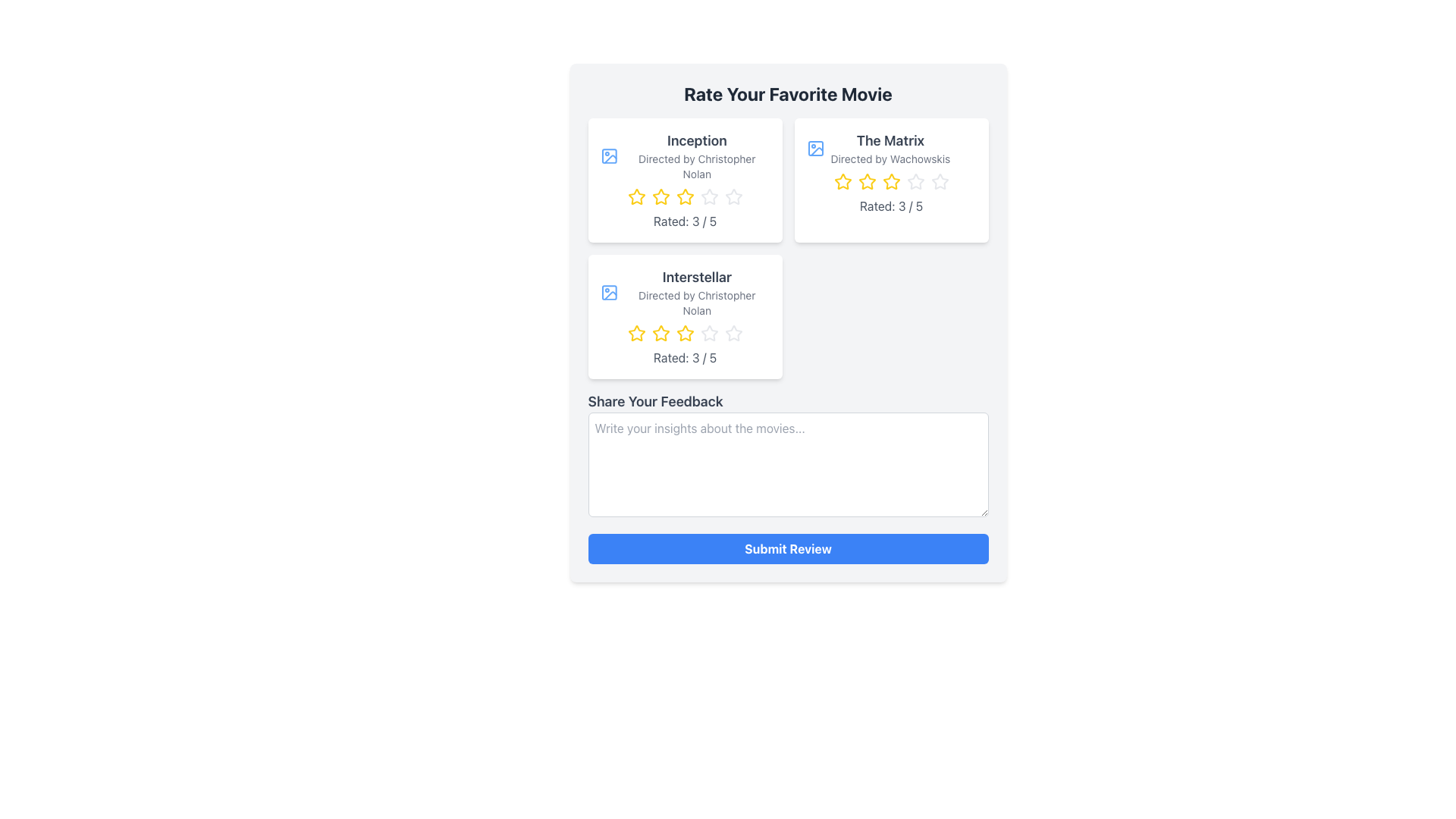  I want to click on the text label indicating the numerical rating of the movie 'Interstellar', which shows a rating of 3 out of 5, located in the bottom section of the movie card, so click(684, 357).